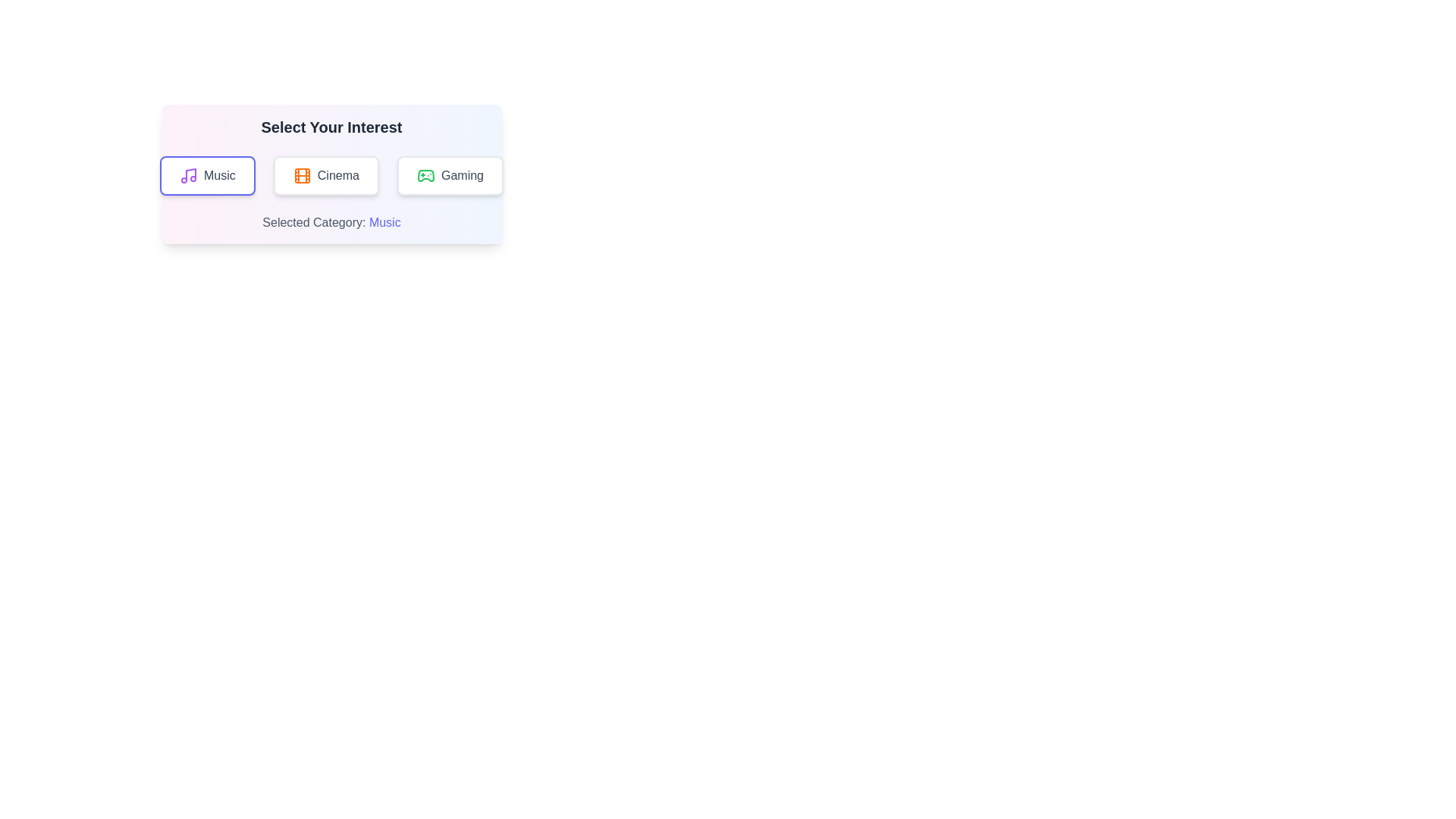 Image resolution: width=1456 pixels, height=819 pixels. Describe the element at coordinates (449, 174) in the screenshot. I see `the button labeled Gaming to view its hover effect` at that location.